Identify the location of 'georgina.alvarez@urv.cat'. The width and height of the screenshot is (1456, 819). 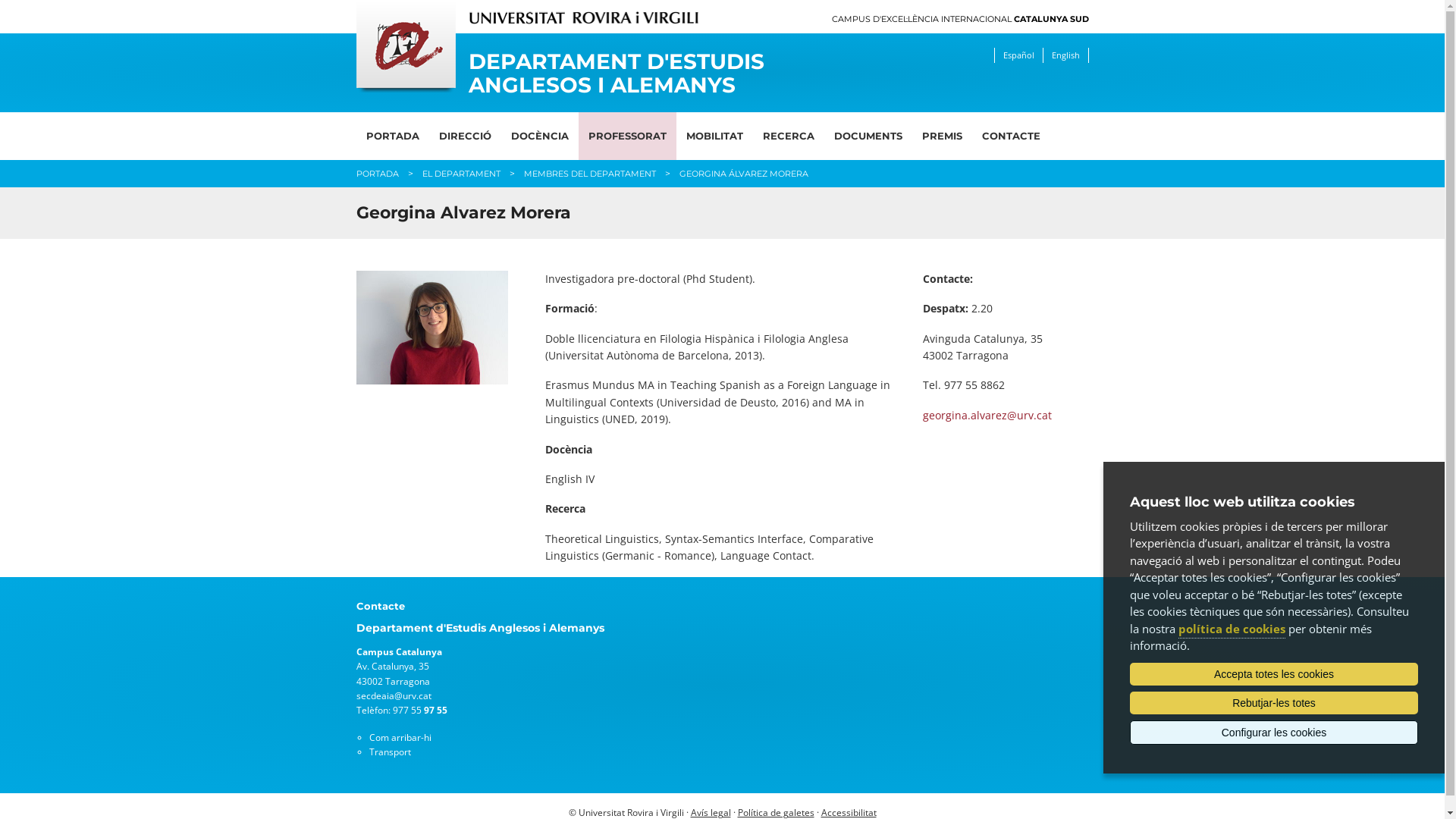
(986, 415).